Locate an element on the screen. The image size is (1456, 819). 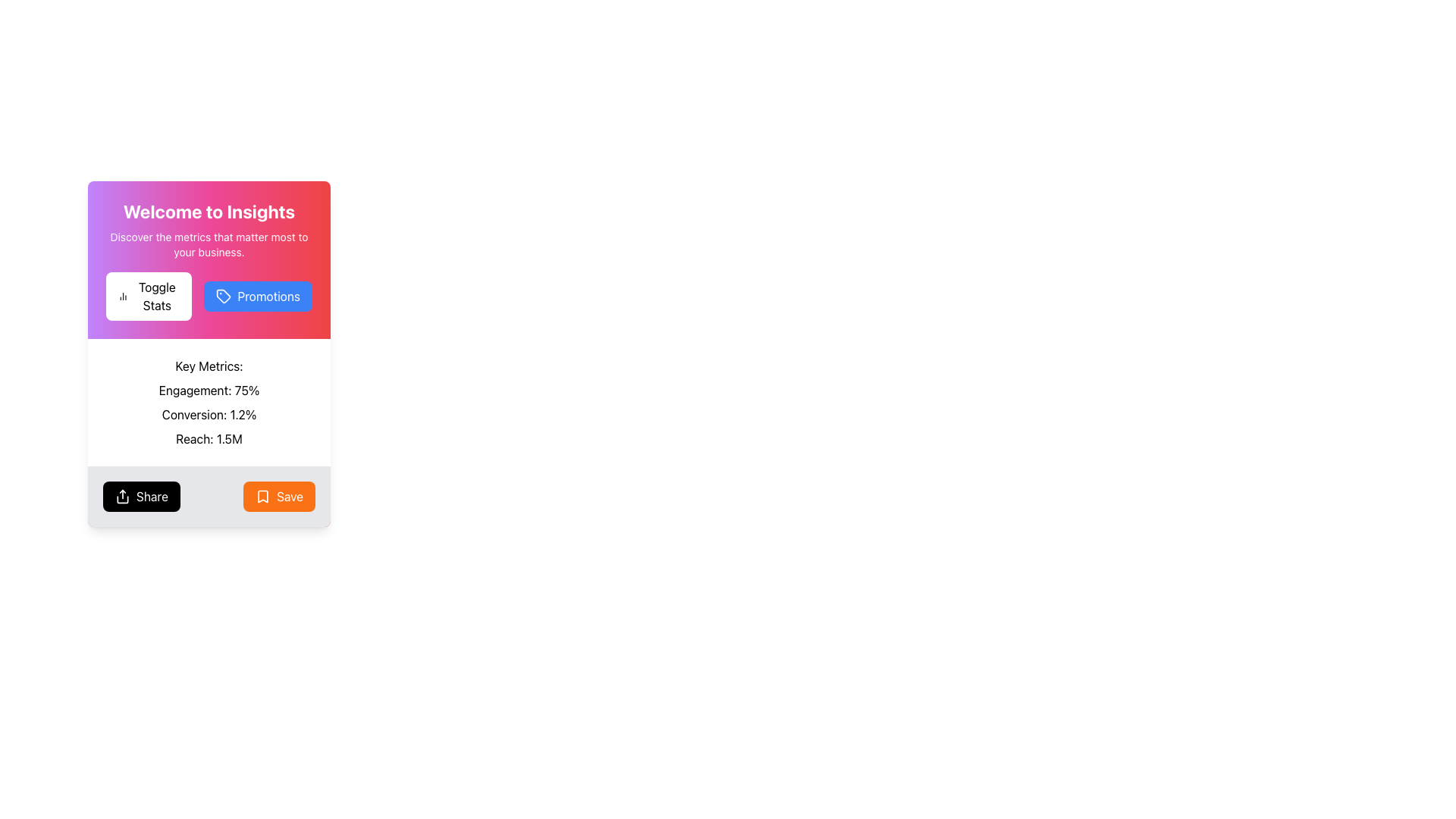
text from the 'Conversion' metric, which is the second item in the 'Key Metrics' list, positioned between 'Engagement: 75%' and 'Reach: 1.5M' is located at coordinates (208, 415).